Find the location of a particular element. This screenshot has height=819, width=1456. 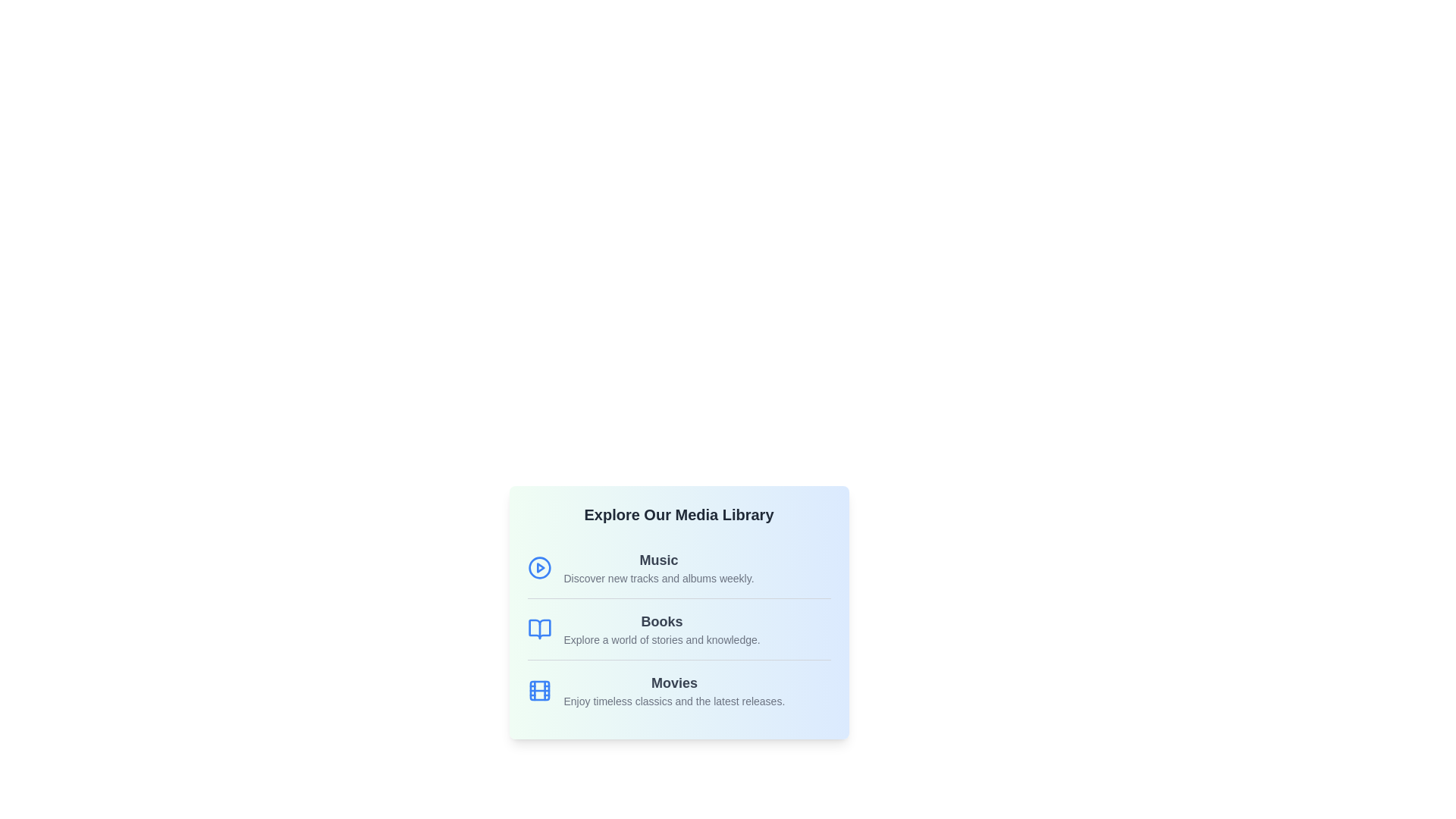

the 'Movies' category in the Media Library component is located at coordinates (673, 690).